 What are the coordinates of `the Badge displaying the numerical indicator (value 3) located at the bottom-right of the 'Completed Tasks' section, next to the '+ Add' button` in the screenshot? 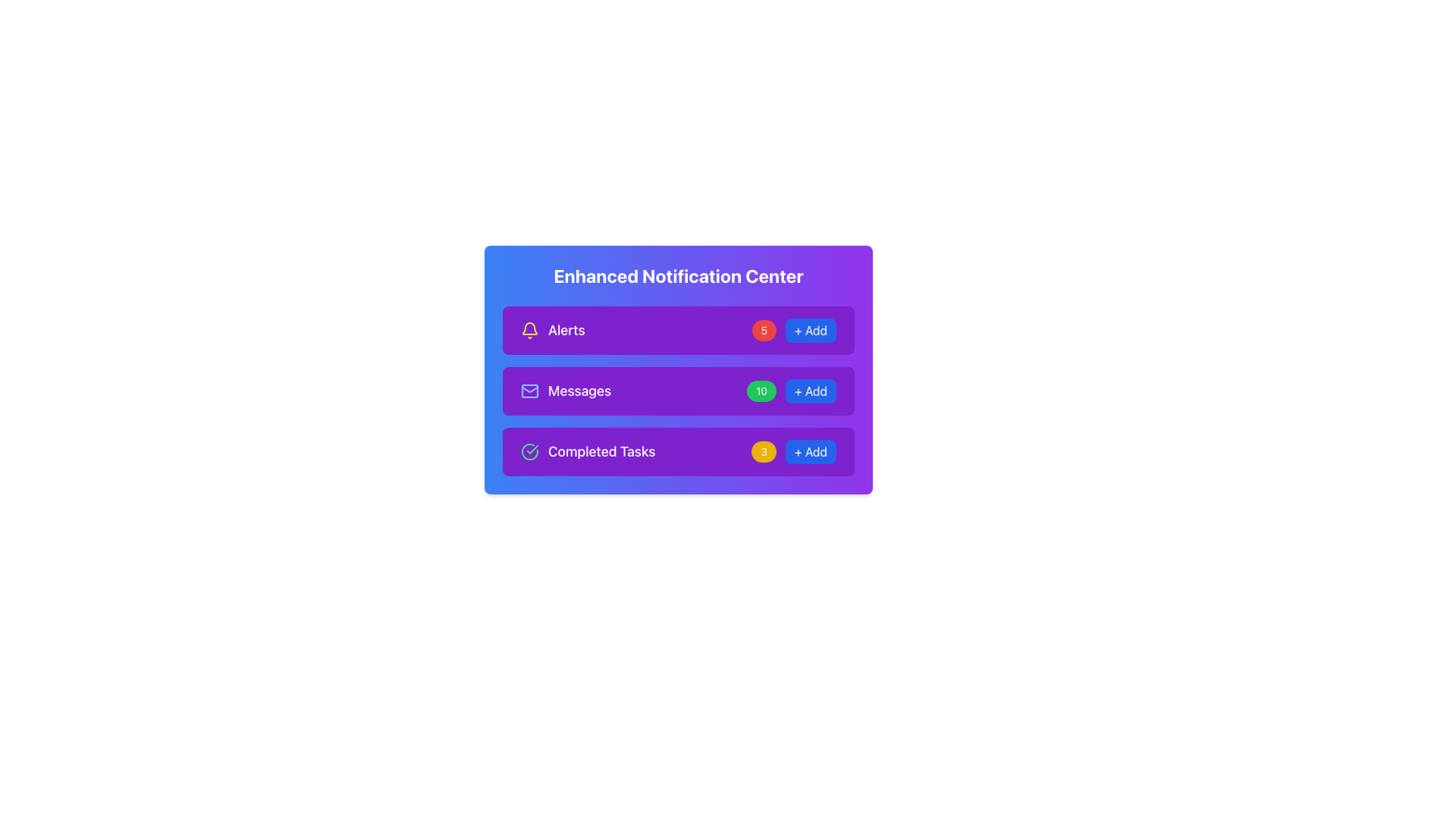 It's located at (764, 451).